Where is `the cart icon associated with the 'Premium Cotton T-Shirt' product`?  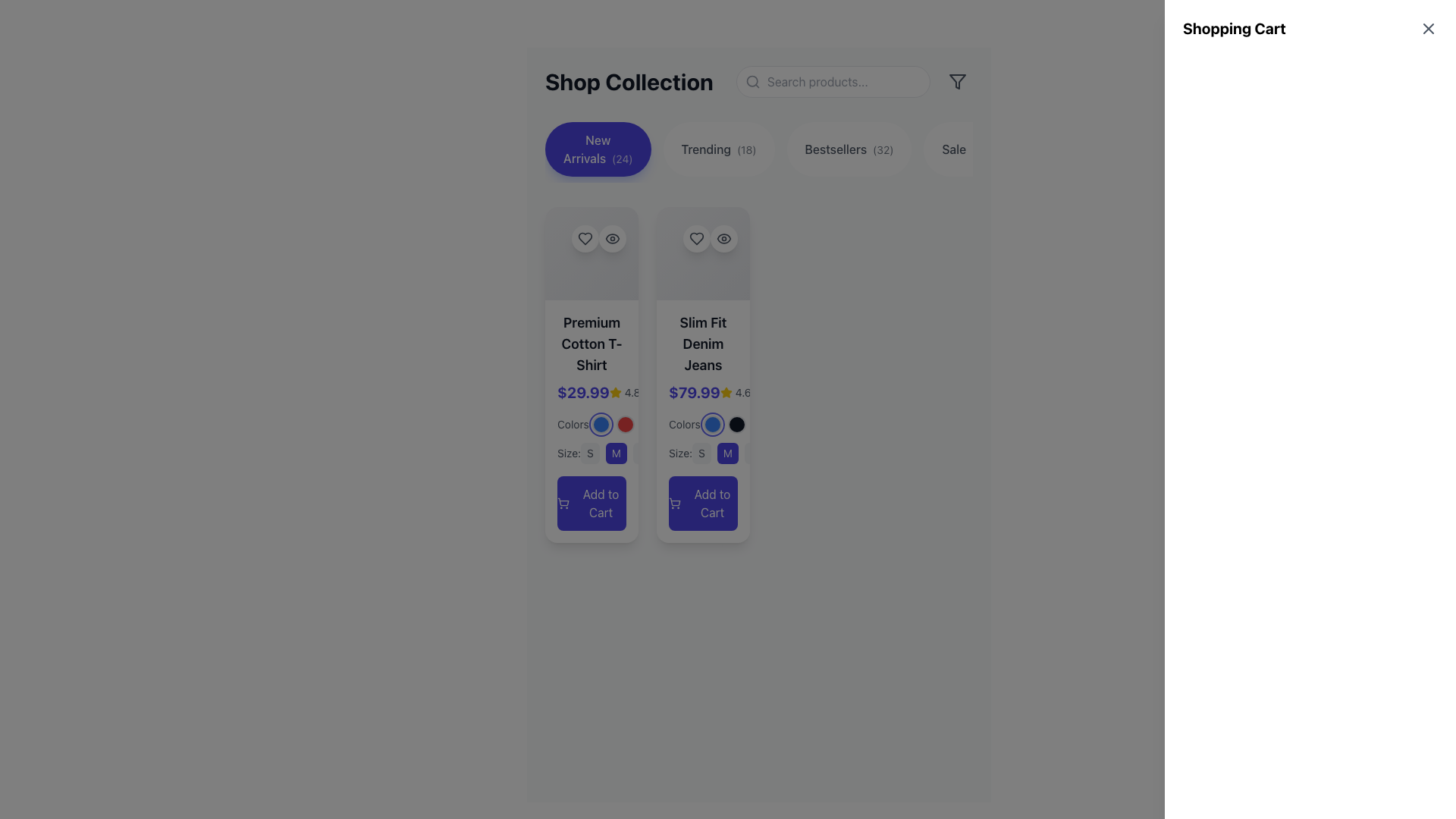
the cart icon associated with the 'Premium Cotton T-Shirt' product is located at coordinates (563, 502).